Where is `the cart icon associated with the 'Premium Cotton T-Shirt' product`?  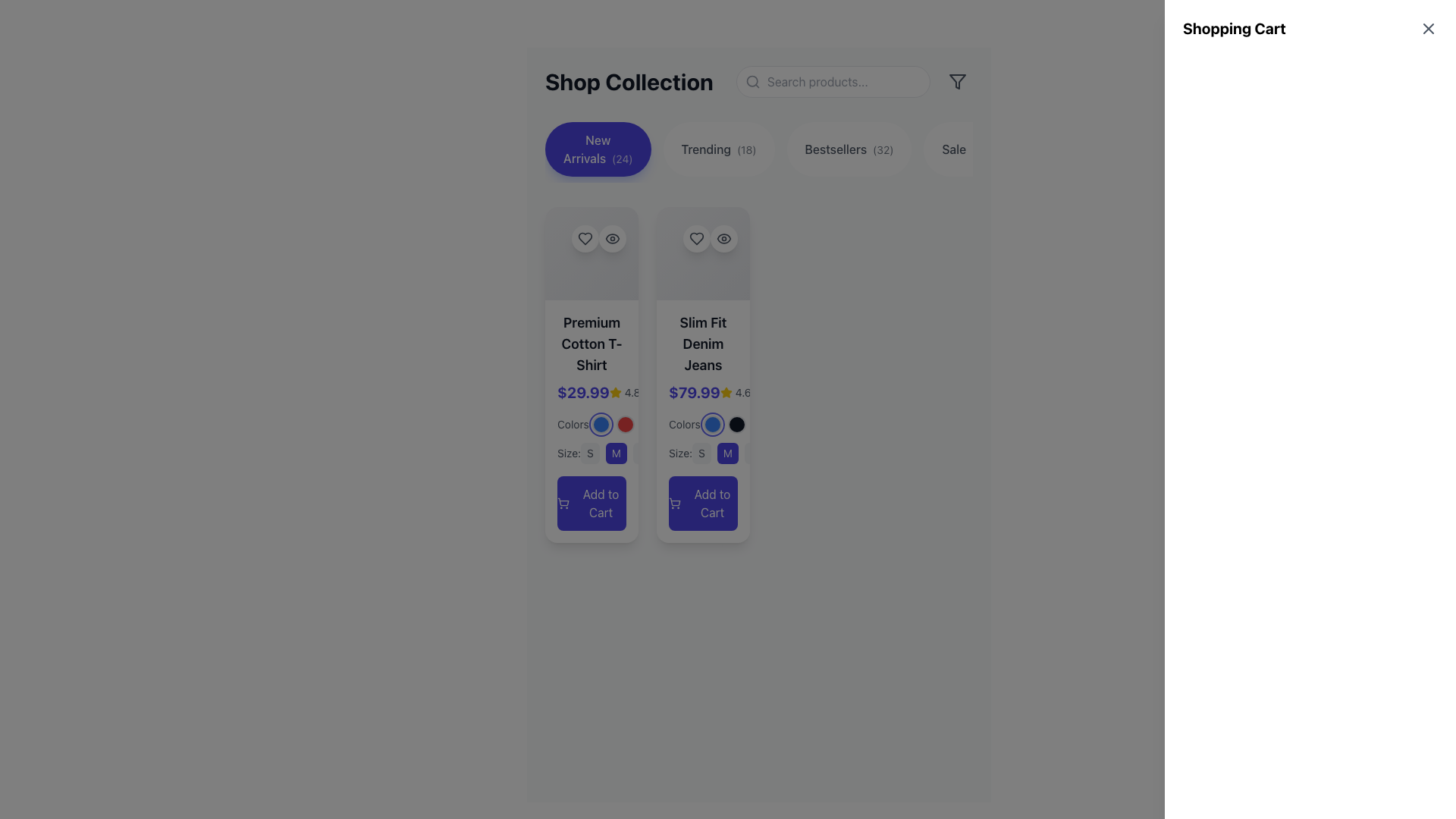
the cart icon associated with the 'Premium Cotton T-Shirt' product is located at coordinates (563, 502).